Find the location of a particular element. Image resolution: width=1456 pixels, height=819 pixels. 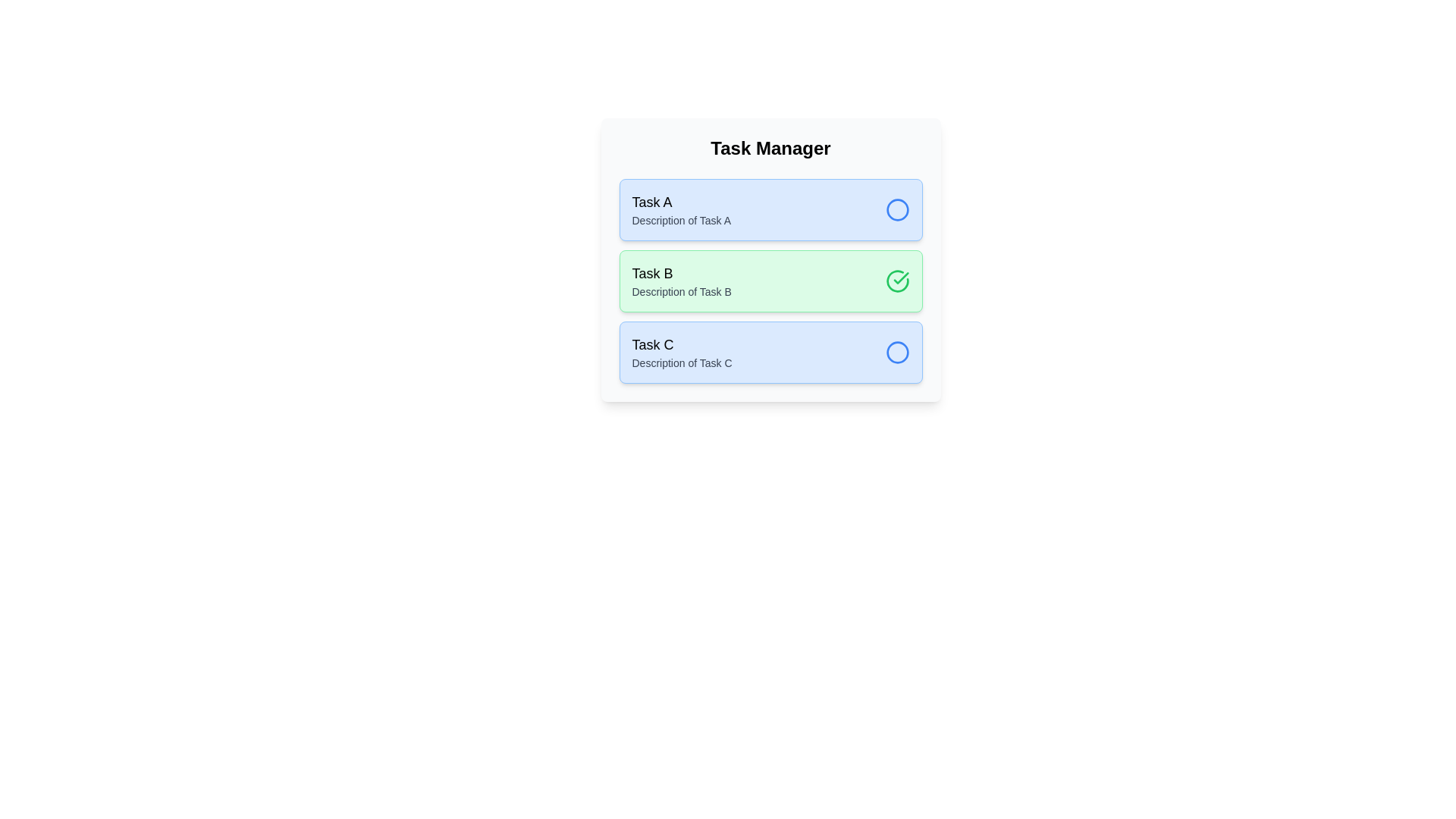

the green circular icon with a checkmark inside, located in the top right corner of the 'Task B' card, to ascertain the completion status is located at coordinates (897, 281).